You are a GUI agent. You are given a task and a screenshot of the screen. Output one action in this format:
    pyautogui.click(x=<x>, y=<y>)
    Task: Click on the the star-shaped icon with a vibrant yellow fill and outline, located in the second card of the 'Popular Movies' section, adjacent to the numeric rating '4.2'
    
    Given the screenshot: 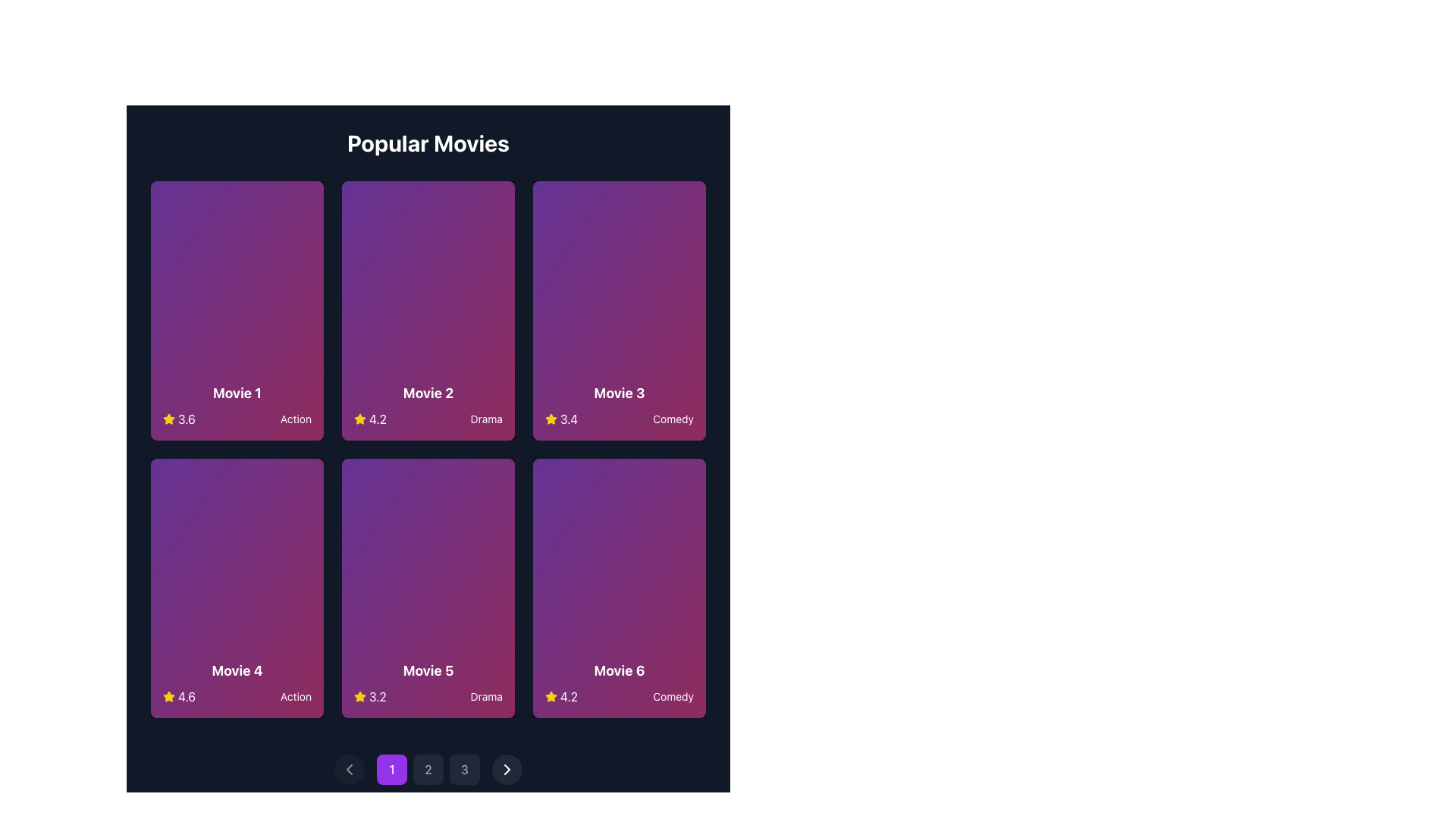 What is the action you would take?
    pyautogui.click(x=359, y=419)
    